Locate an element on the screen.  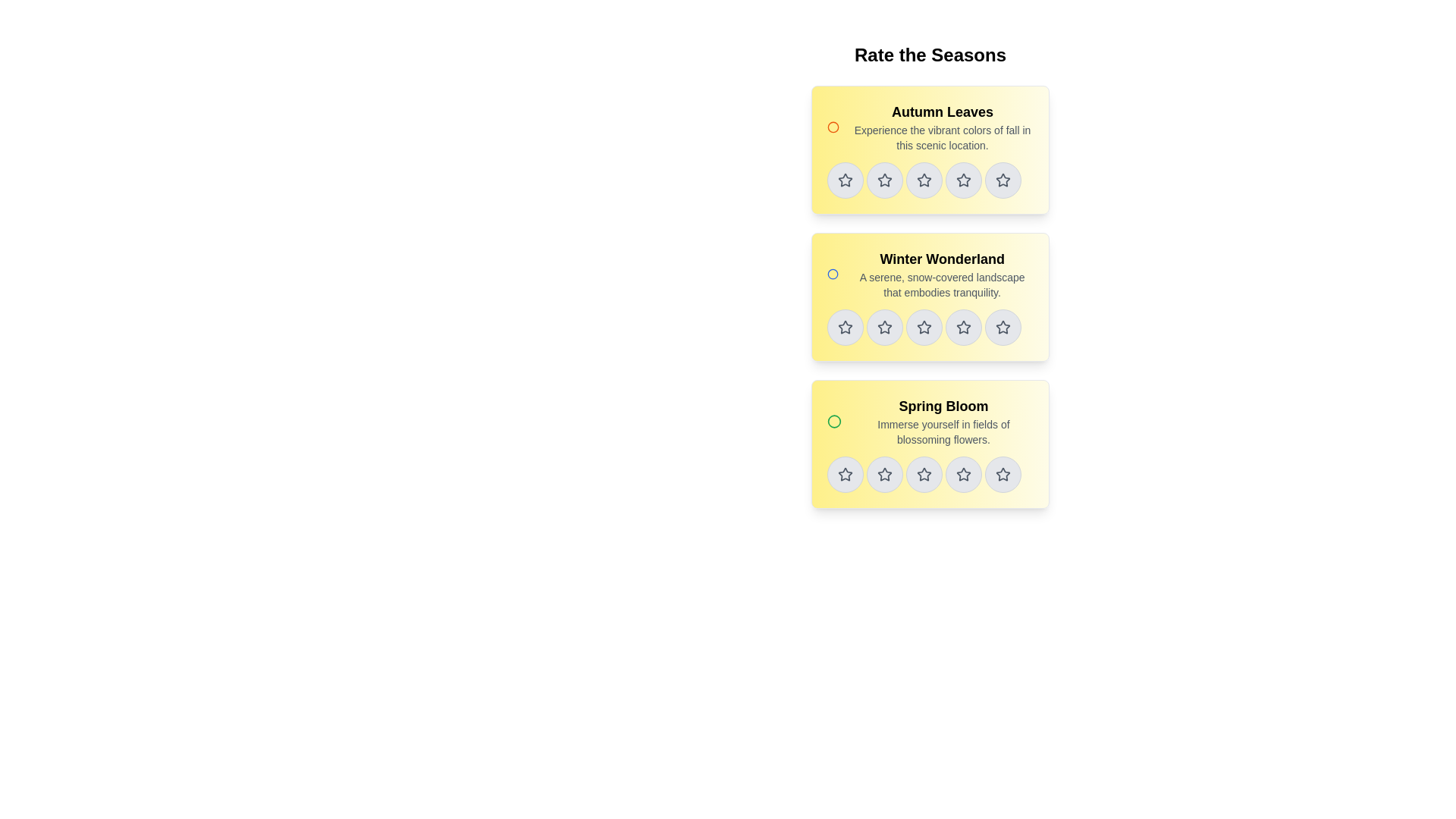
the first rating button in the 'Autumn Leaves' section for keyboard interaction is located at coordinates (844, 180).